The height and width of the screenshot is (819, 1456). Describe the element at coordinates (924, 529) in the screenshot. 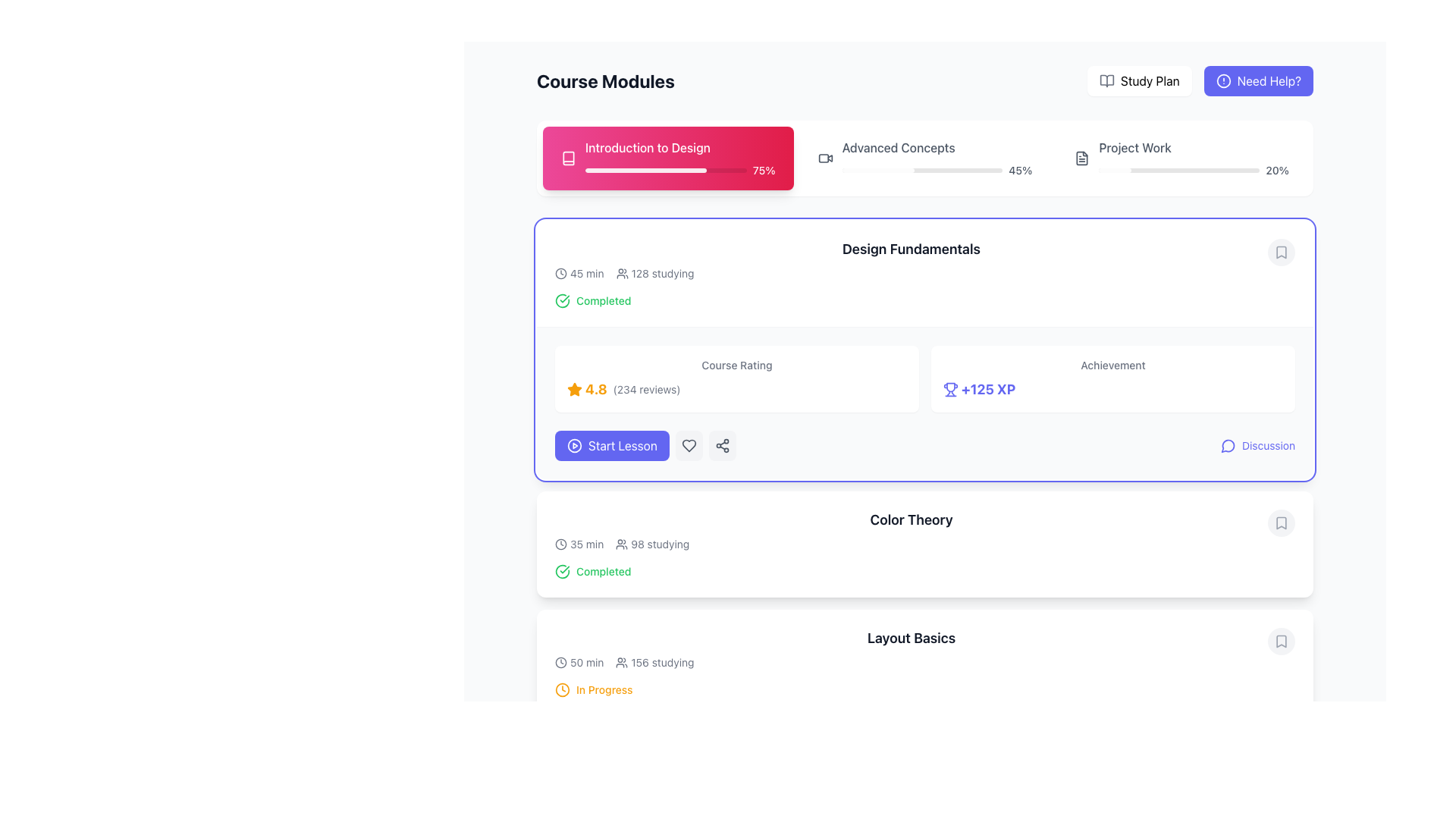

I see `the 'Color Theory' course module summary item` at that location.